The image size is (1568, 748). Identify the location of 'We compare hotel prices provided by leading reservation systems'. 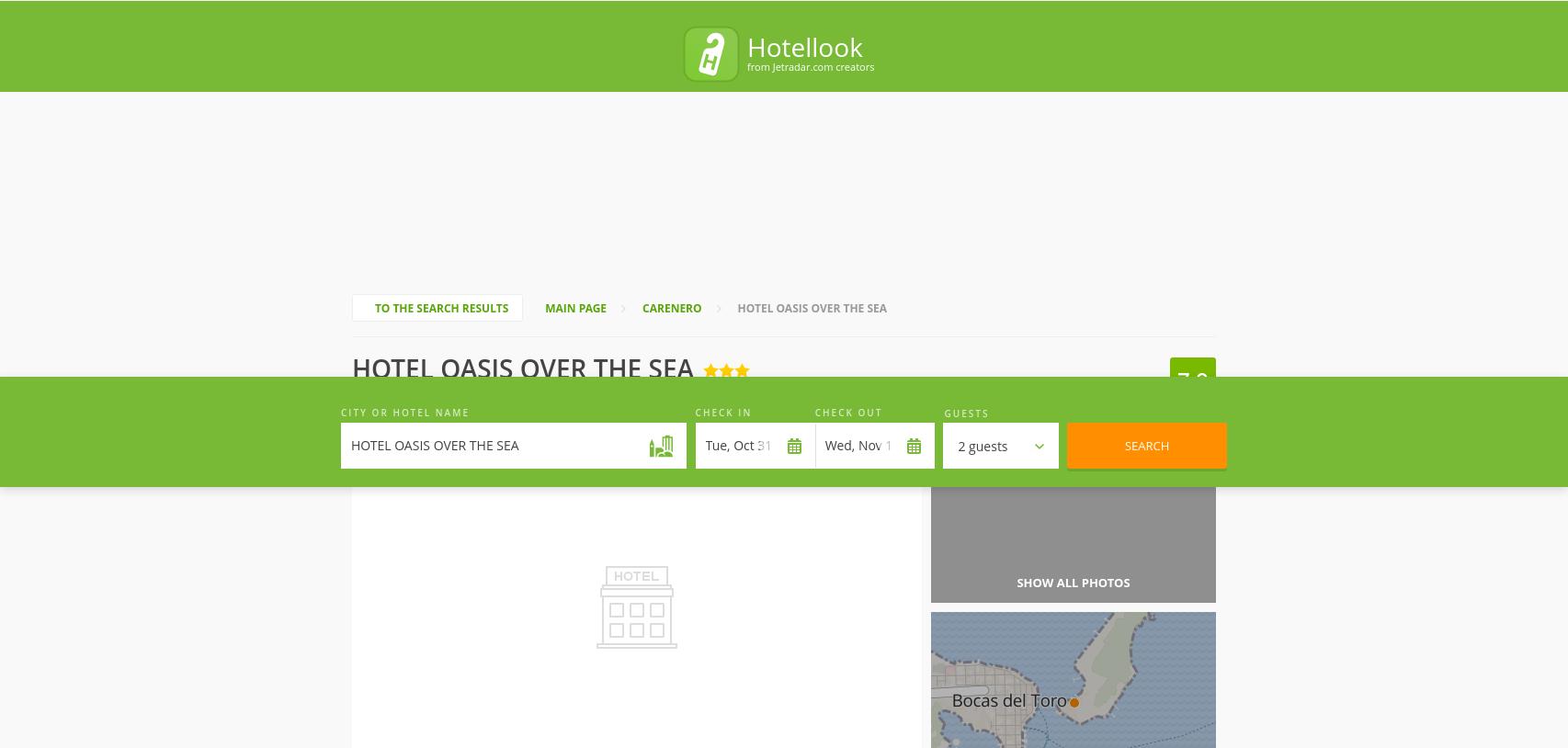
(551, 673).